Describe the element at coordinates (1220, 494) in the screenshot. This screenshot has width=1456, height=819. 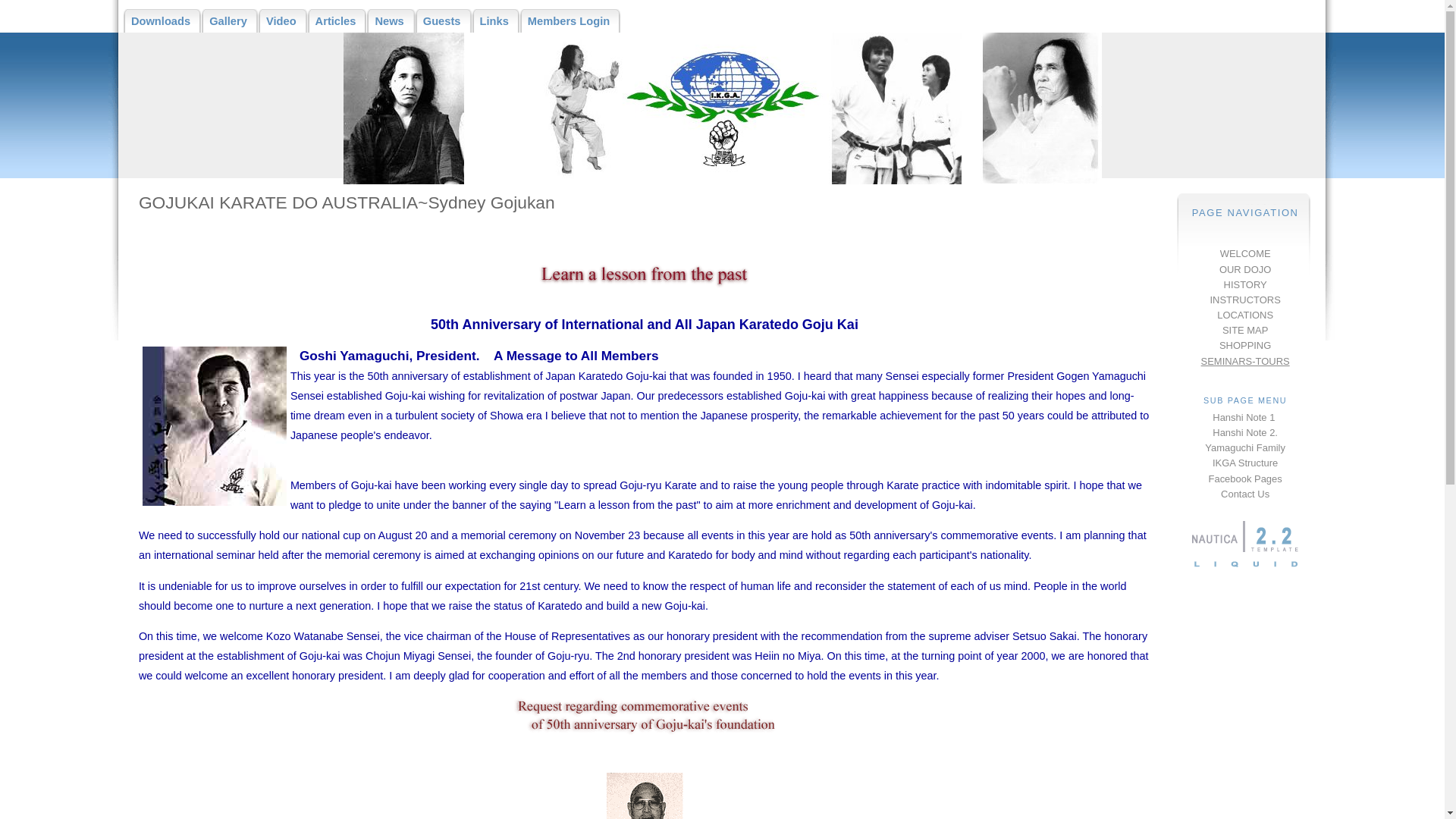
I see `'Contact Us'` at that location.